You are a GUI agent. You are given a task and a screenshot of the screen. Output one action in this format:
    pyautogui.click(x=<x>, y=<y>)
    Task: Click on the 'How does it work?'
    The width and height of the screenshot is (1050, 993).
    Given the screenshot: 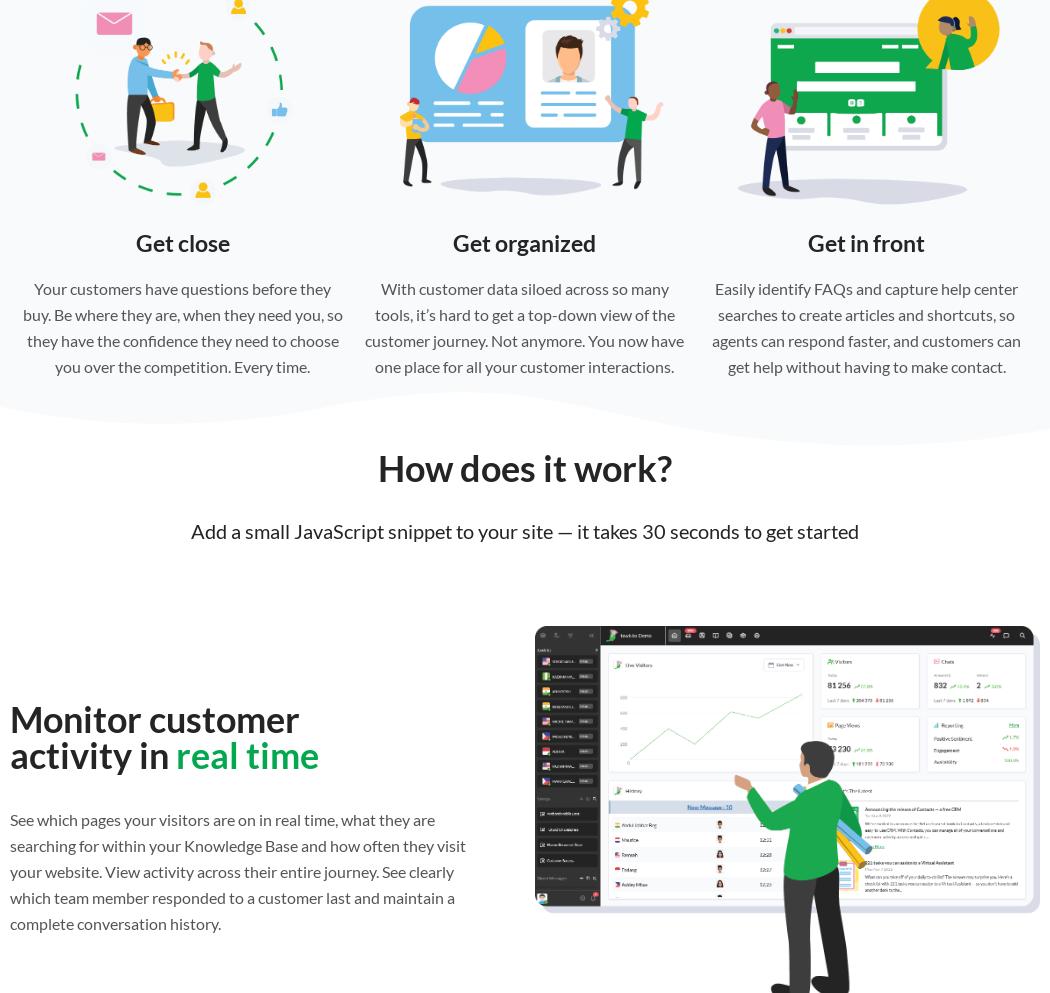 What is the action you would take?
    pyautogui.click(x=378, y=467)
    